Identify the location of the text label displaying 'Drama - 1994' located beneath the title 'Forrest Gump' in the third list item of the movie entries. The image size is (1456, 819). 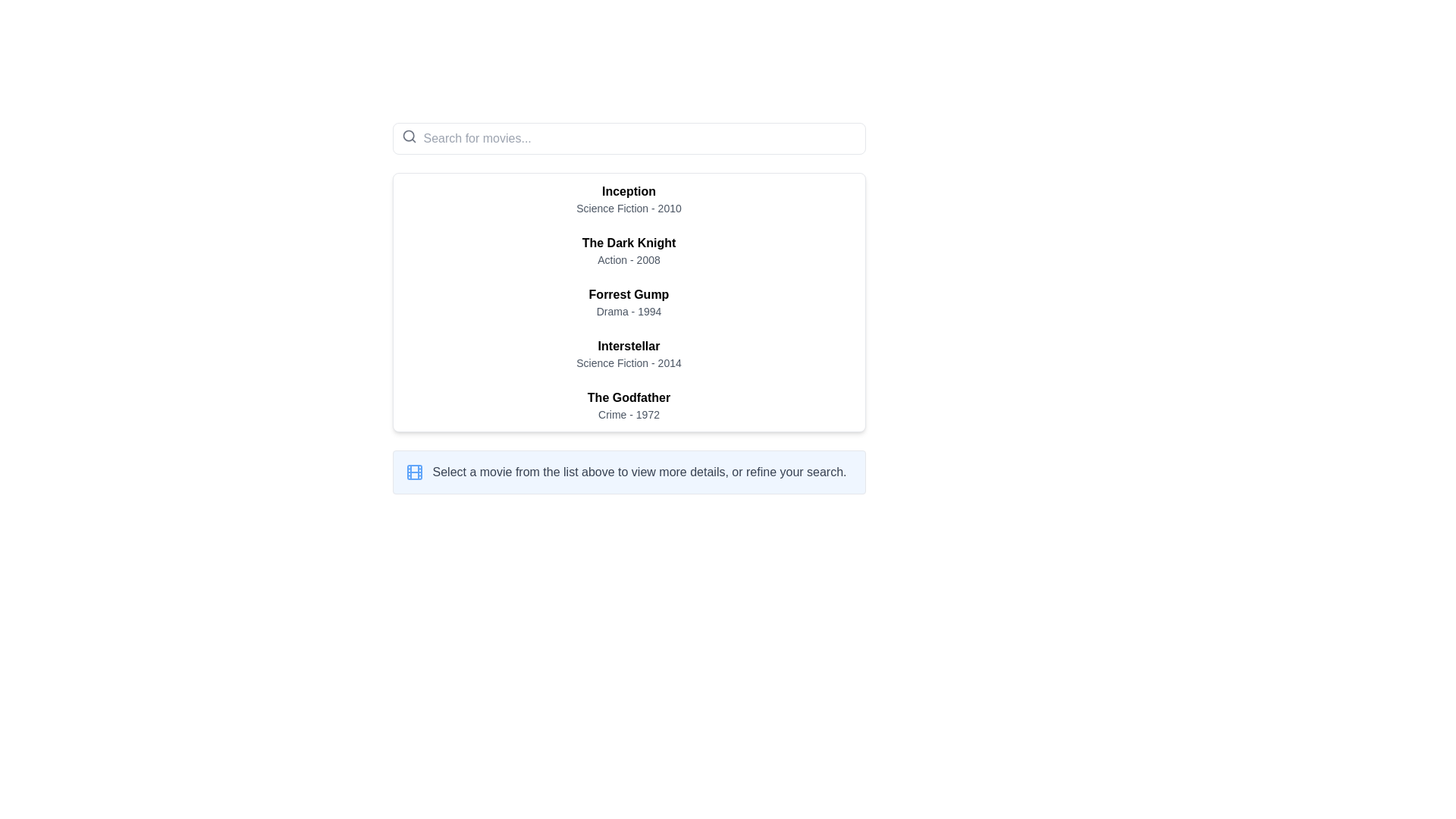
(629, 311).